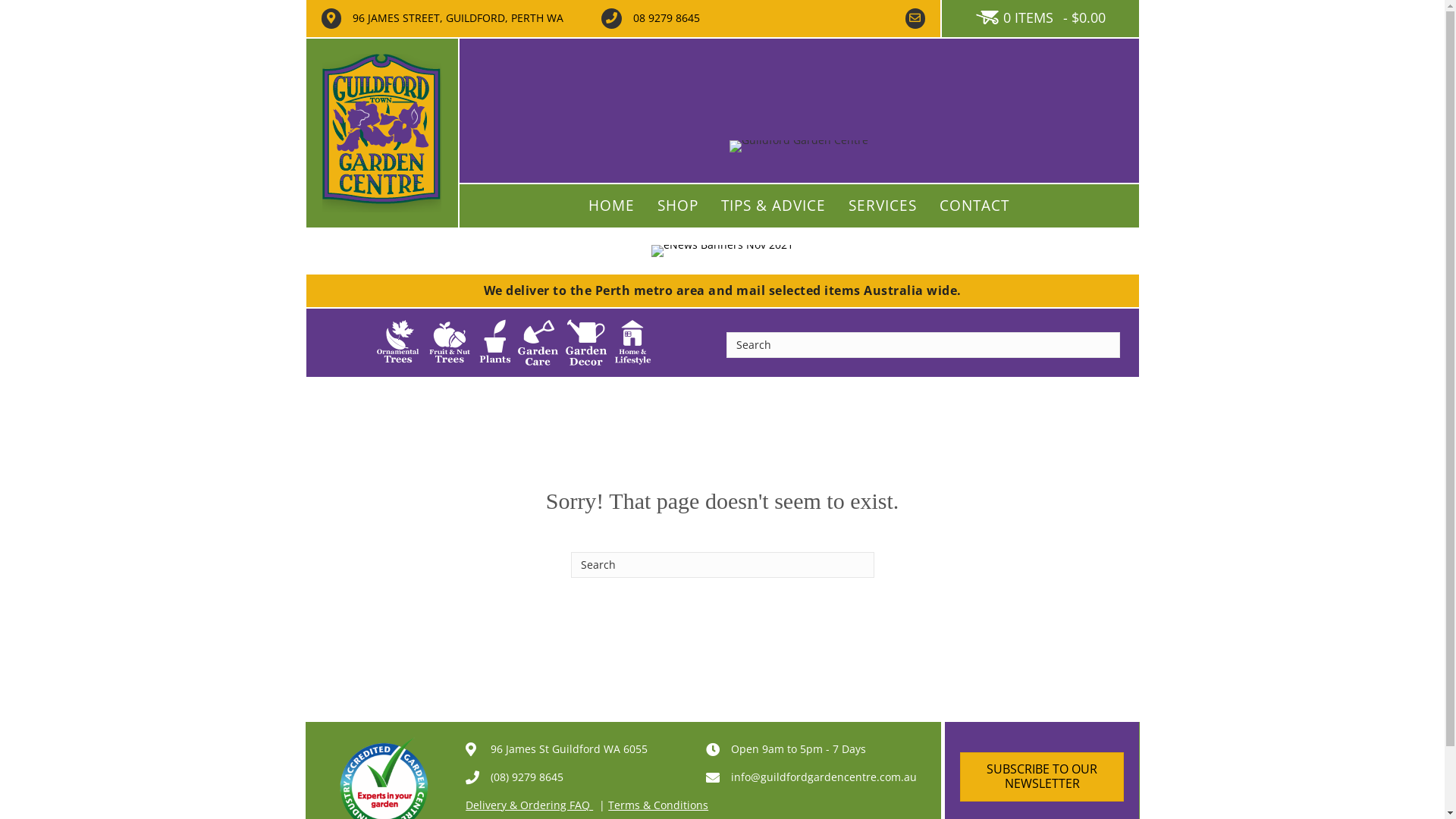  Describe the element at coordinates (882, 206) in the screenshot. I see `'SERVICES'` at that location.